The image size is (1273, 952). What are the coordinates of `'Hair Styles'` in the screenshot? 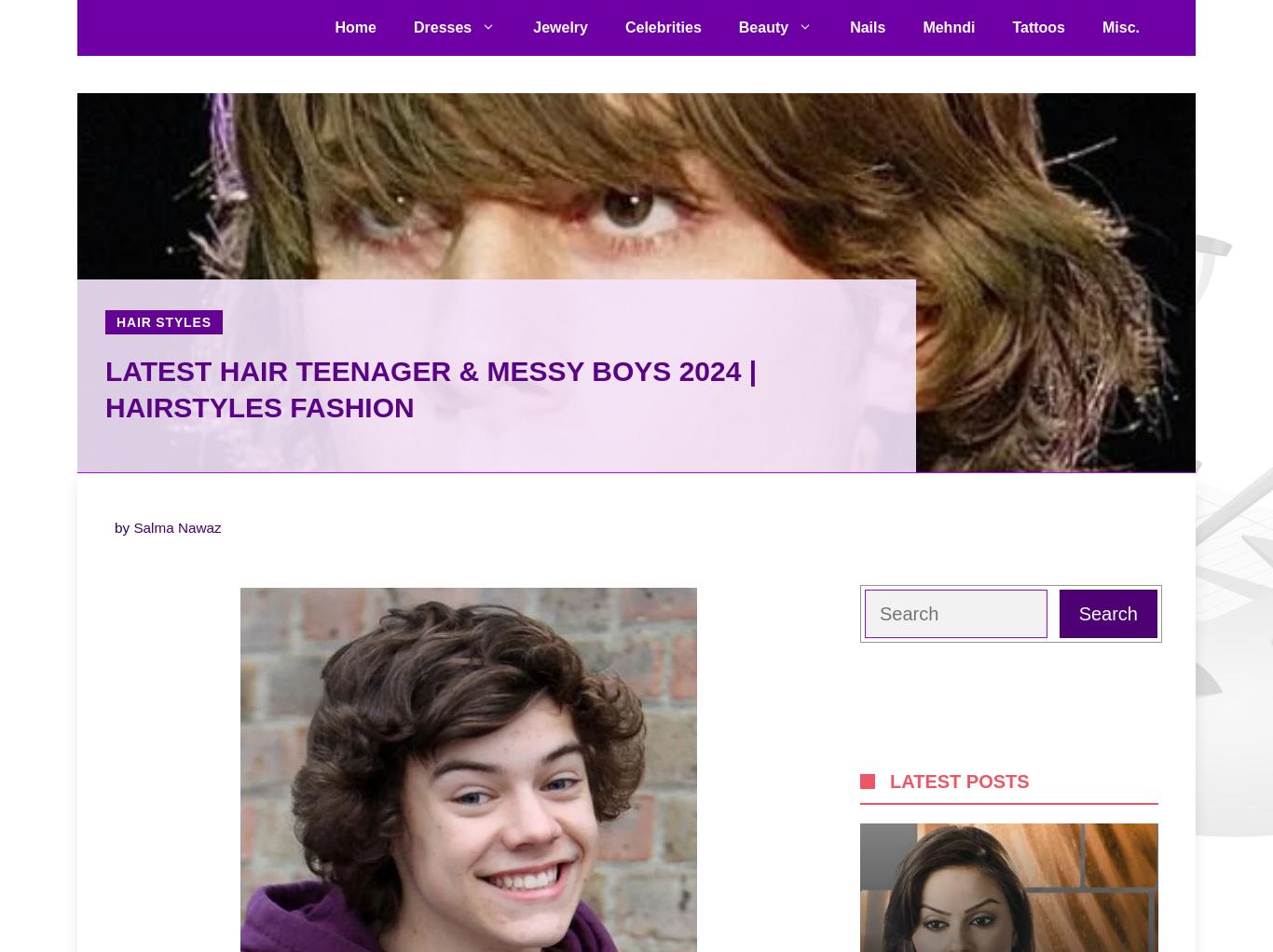 It's located at (162, 322).